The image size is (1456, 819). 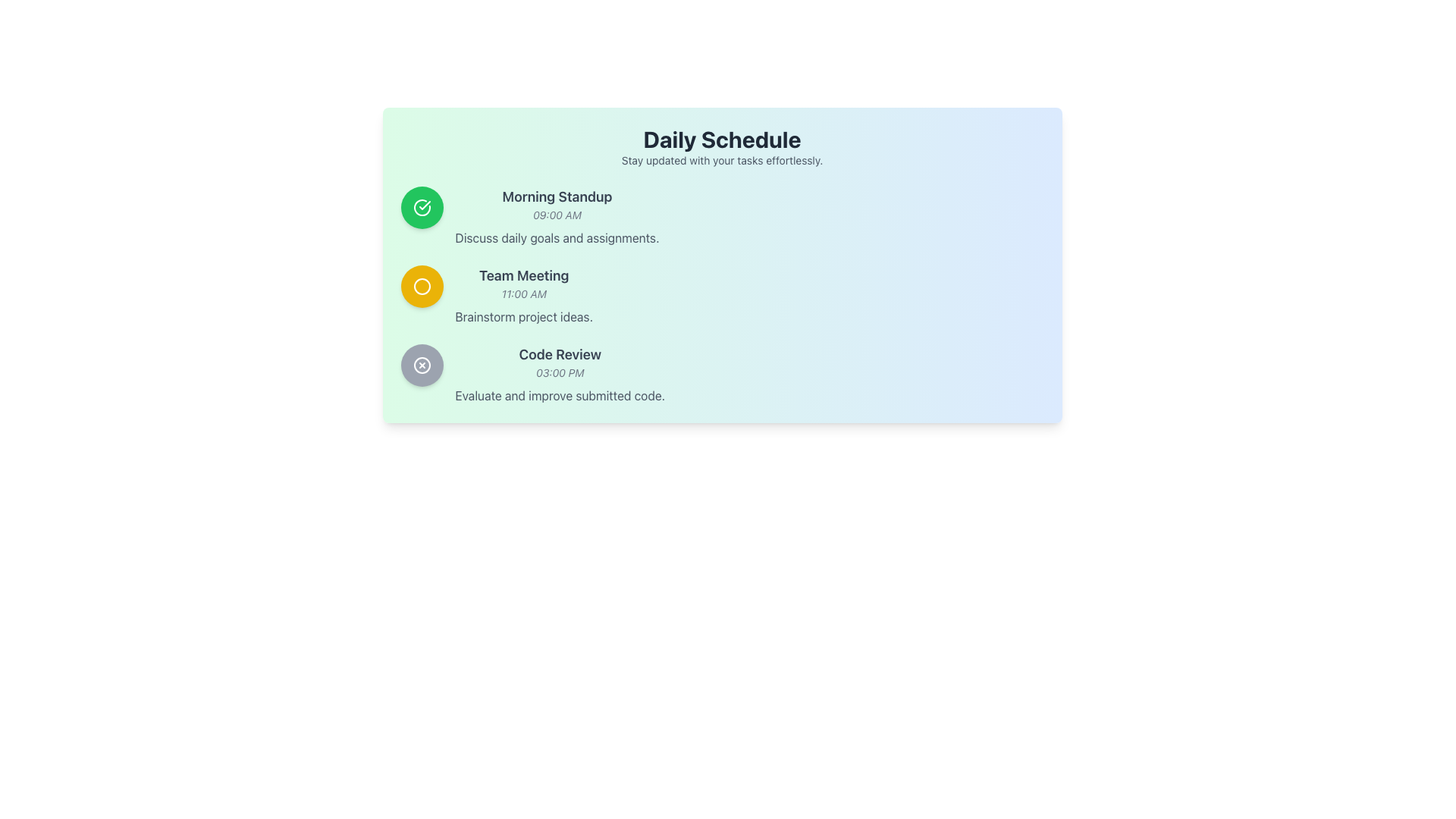 I want to click on text block titled 'Code Review', which includes a bold header, a timestamp, and a descriptive line, positioned as the third entry in the 'Daily Schedule' panel, so click(x=559, y=374).